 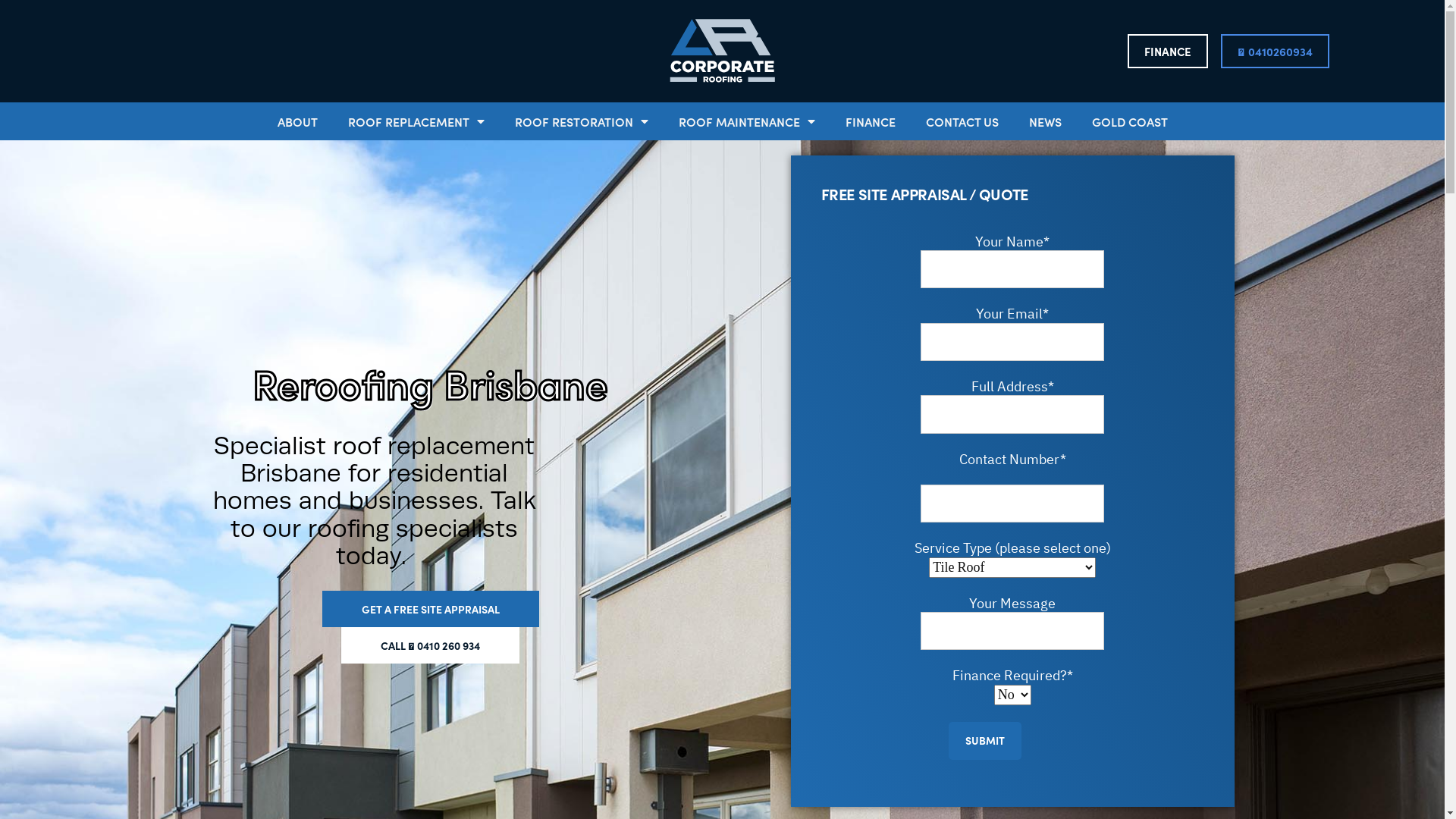 I want to click on 'CONTACT US', so click(x=960, y=120).